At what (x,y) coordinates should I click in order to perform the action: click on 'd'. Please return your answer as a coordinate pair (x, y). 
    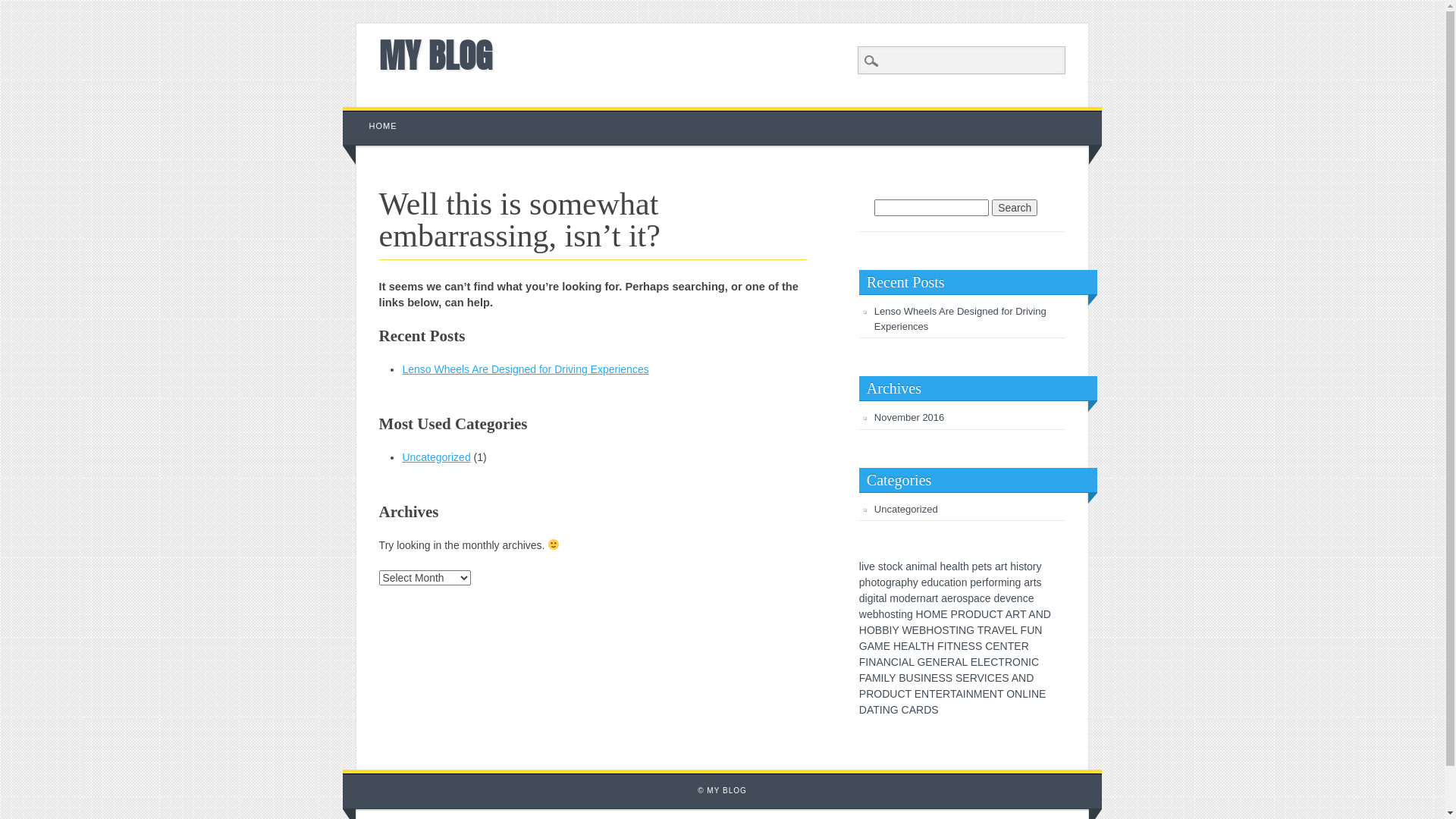
    Looking at the image, I should click on (907, 598).